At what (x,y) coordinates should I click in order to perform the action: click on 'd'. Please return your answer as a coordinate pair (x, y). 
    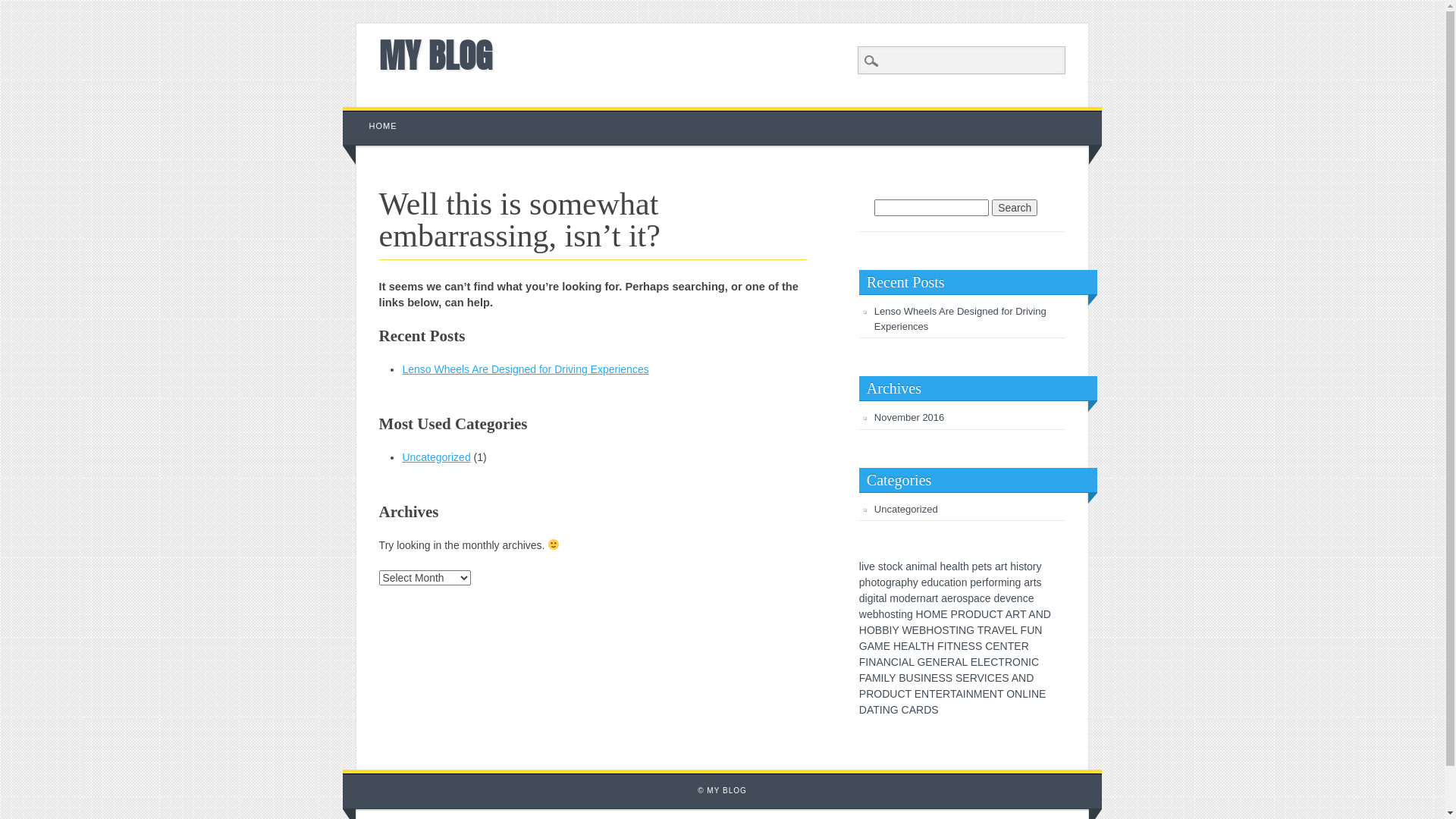
    Looking at the image, I should click on (907, 598).